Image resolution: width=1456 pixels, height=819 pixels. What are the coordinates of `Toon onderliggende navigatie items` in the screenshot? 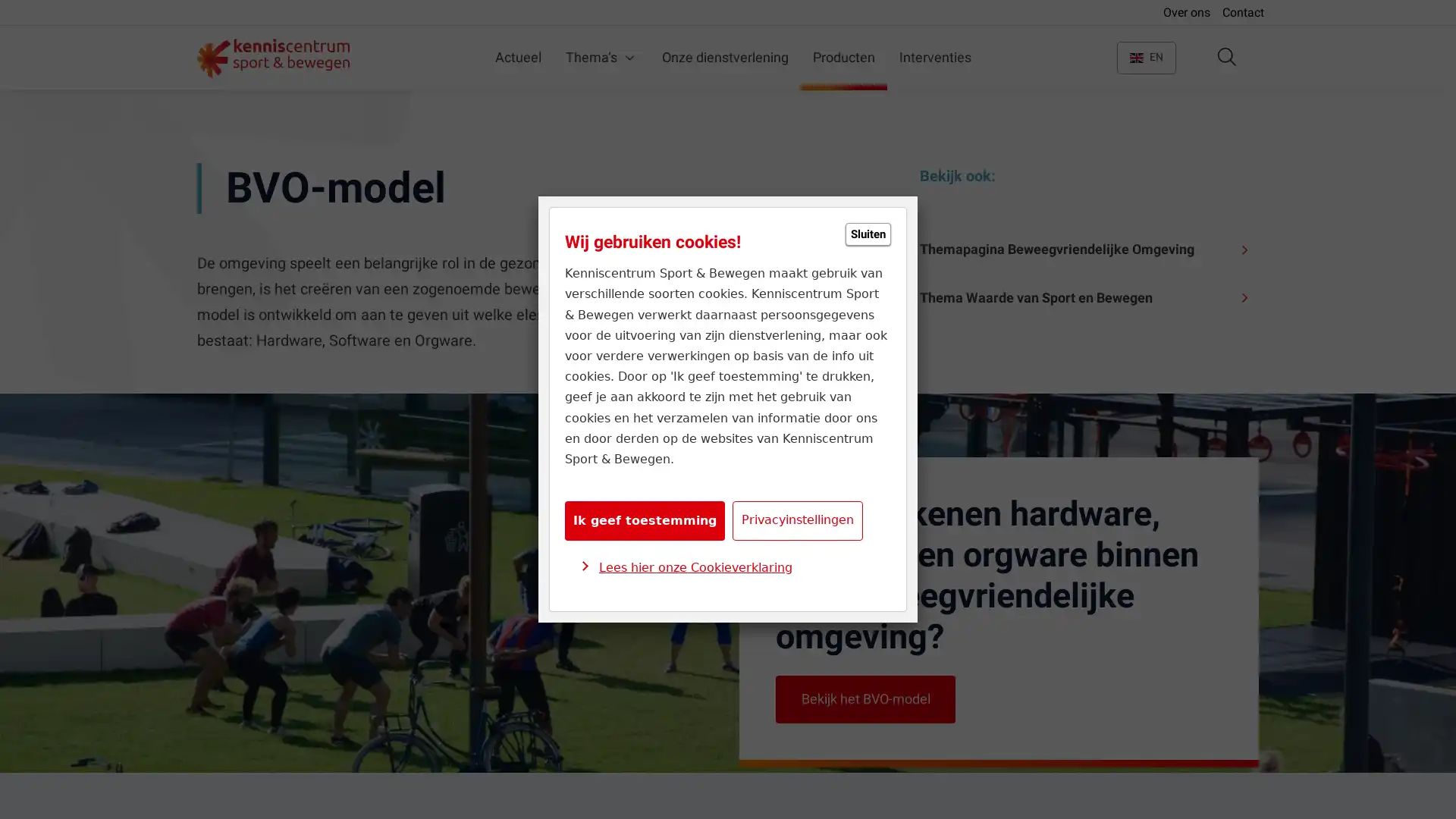 It's located at (552, 57).